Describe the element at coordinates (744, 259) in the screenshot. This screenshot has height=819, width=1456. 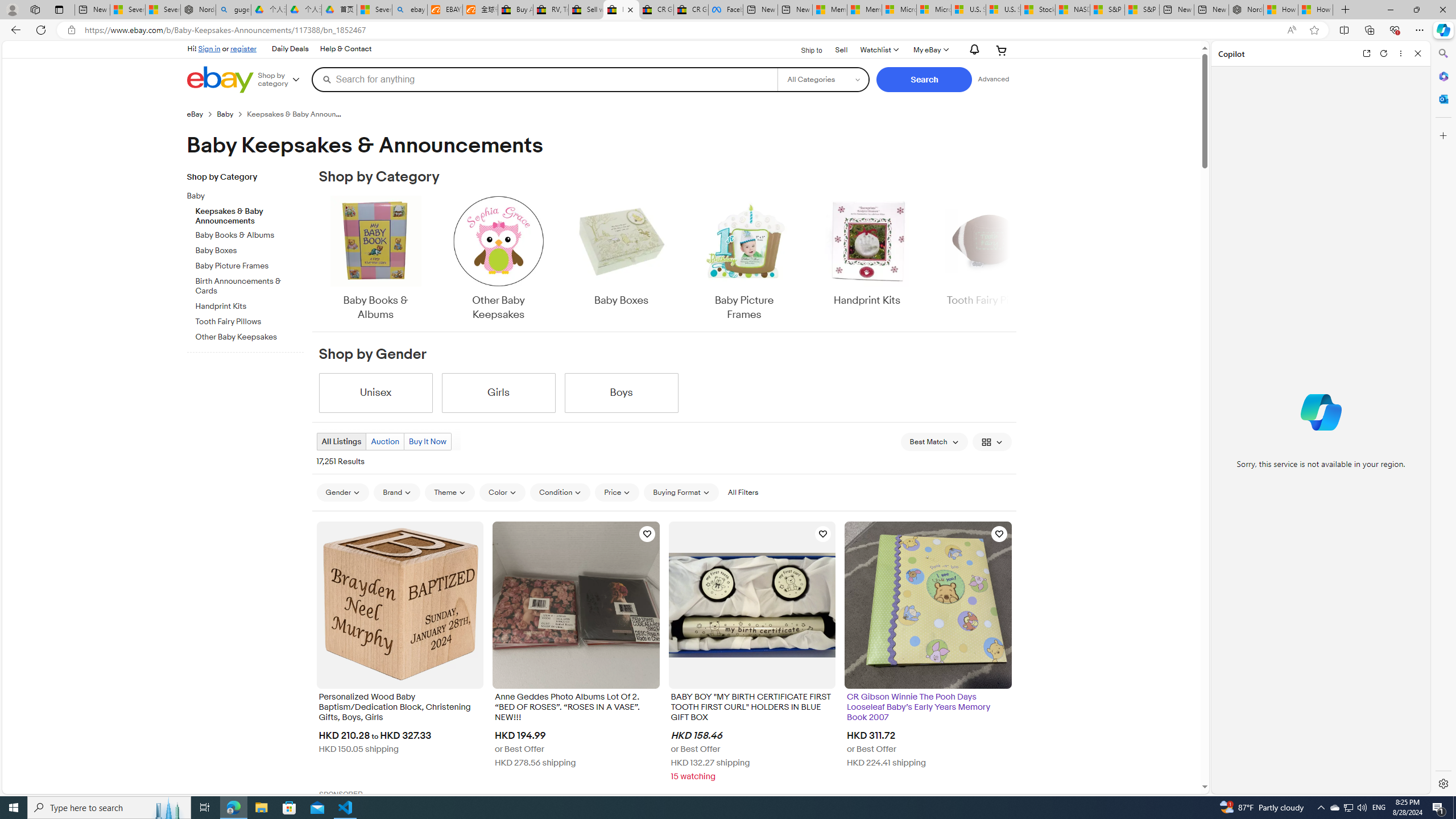
I see `'Baby Picture Frames'` at that location.